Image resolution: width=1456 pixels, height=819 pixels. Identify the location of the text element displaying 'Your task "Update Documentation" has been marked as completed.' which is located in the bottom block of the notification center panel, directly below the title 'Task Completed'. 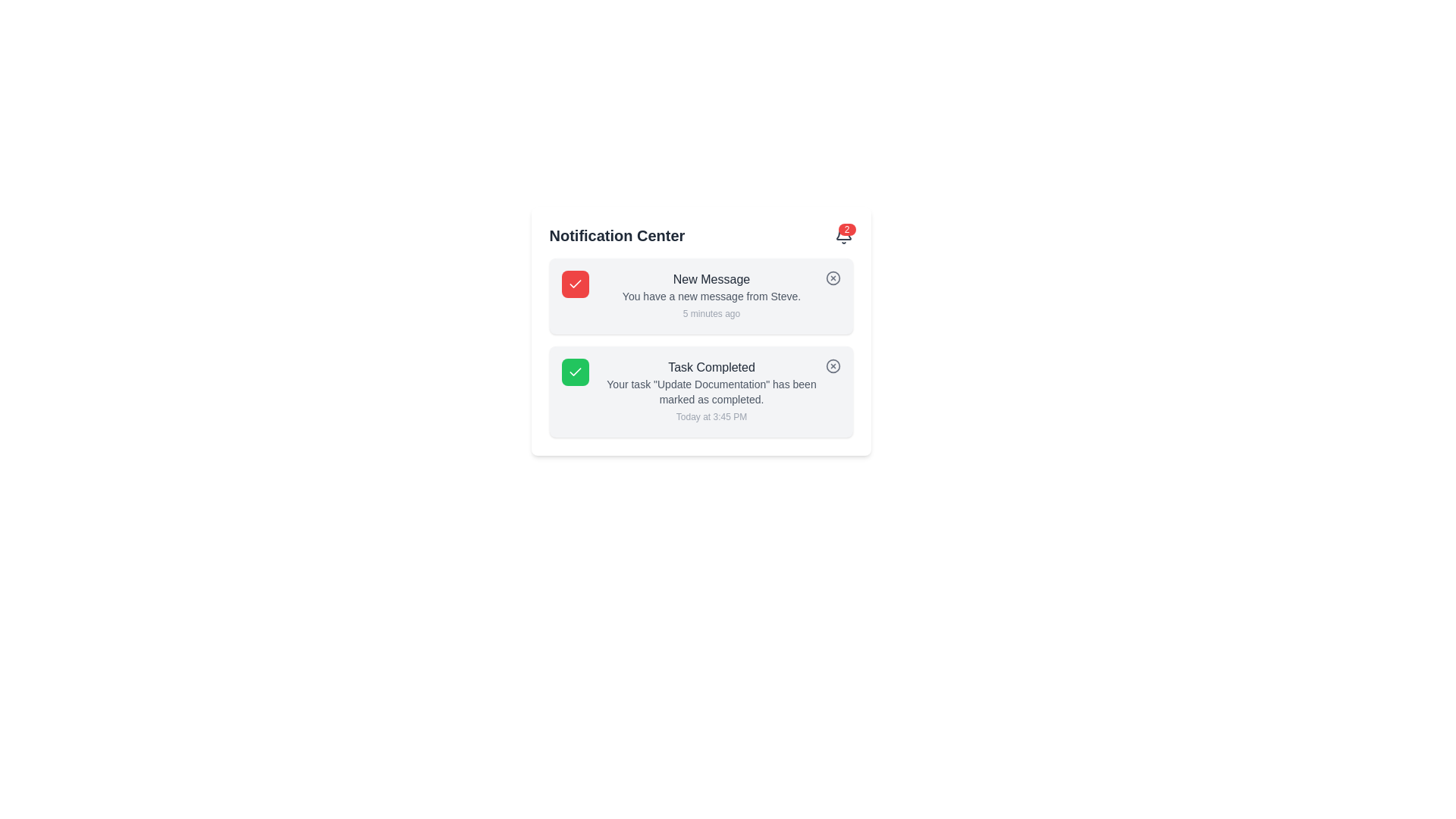
(711, 391).